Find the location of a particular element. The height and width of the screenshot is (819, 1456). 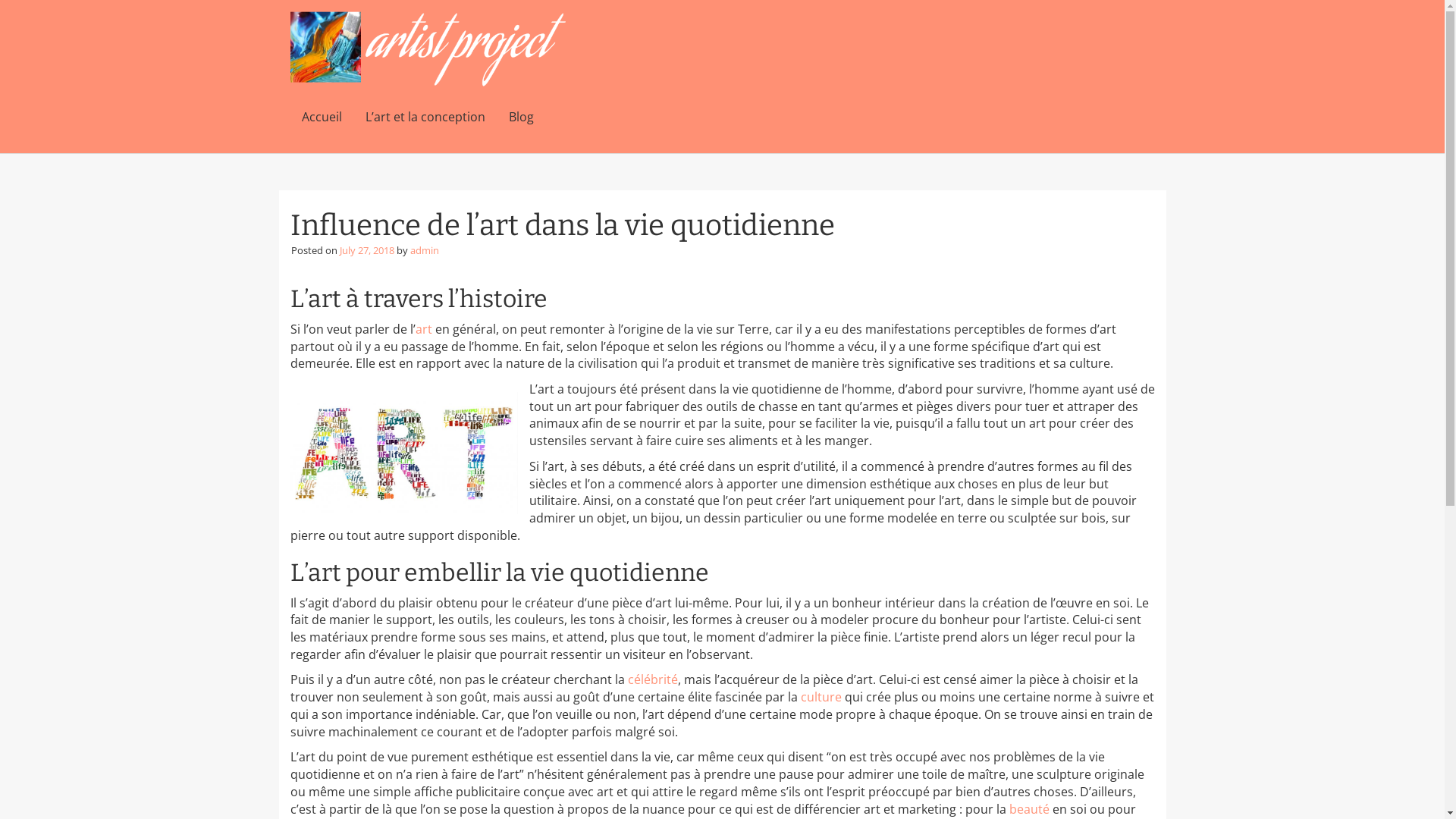

'culture' is located at coordinates (821, 696).